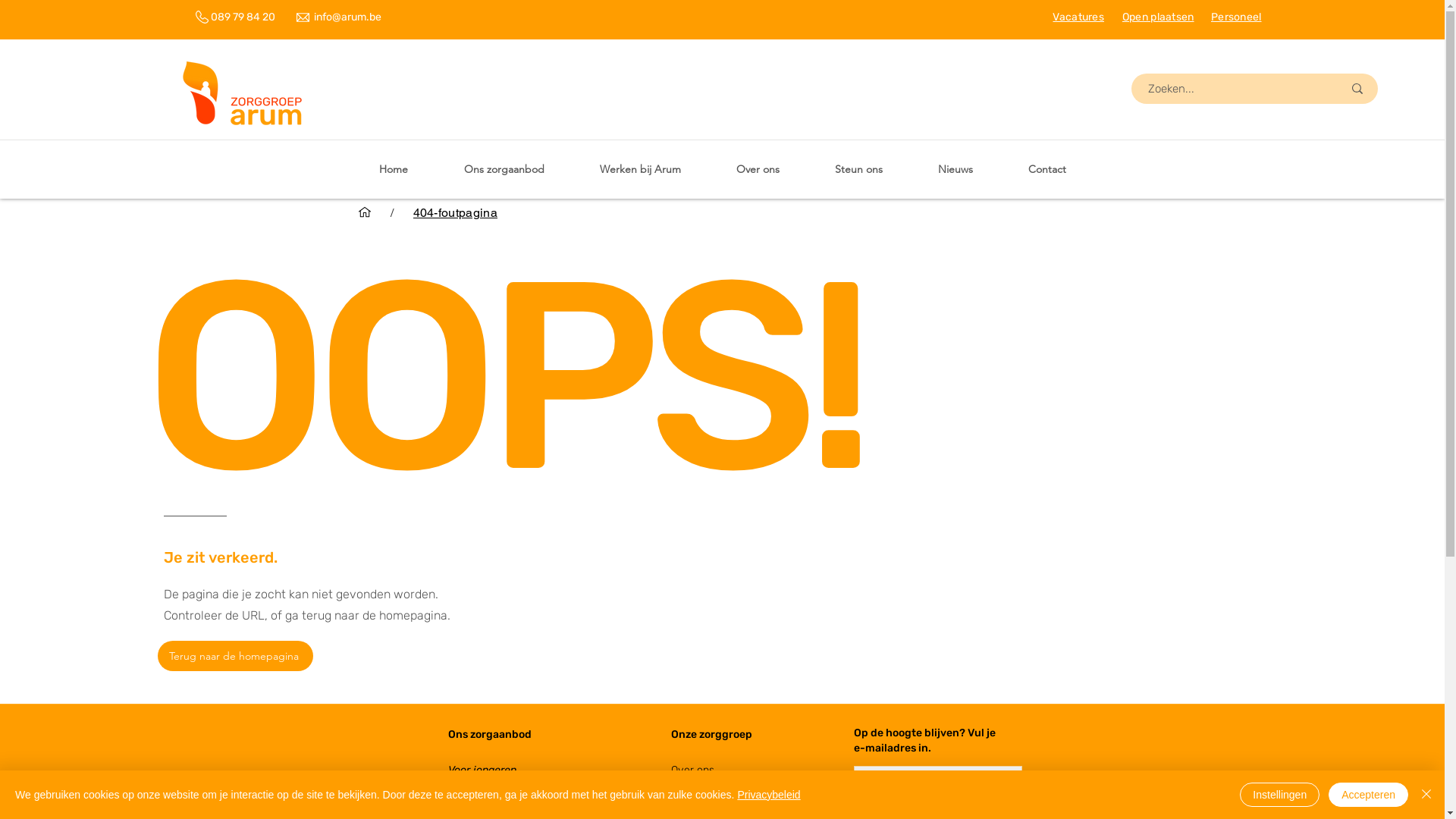  Describe the element at coordinates (210, 17) in the screenshot. I see `'089 79 84 20'` at that location.